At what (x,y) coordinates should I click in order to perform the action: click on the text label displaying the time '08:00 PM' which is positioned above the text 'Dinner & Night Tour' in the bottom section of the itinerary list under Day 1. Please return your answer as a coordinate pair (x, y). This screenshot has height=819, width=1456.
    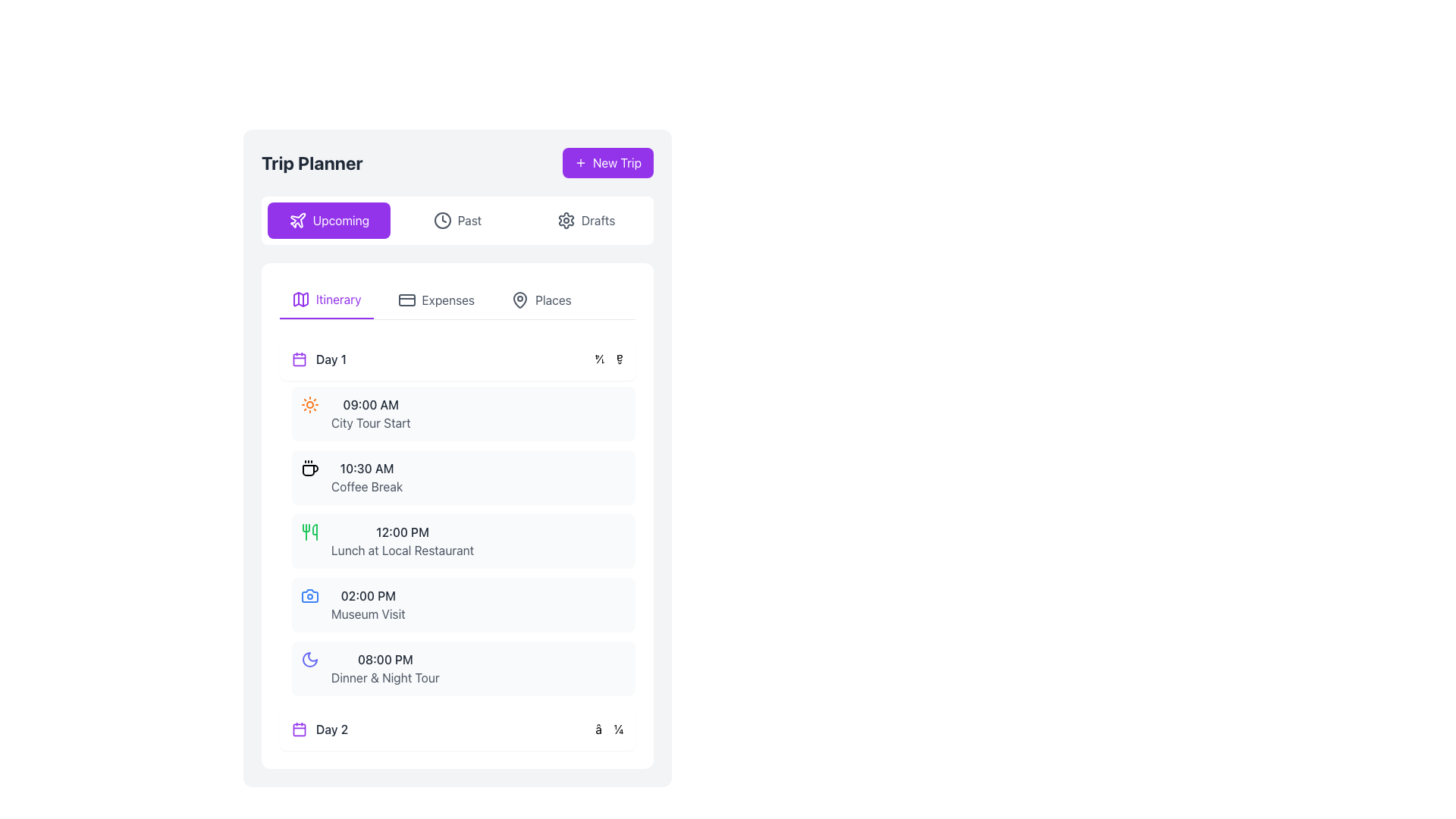
    Looking at the image, I should click on (385, 659).